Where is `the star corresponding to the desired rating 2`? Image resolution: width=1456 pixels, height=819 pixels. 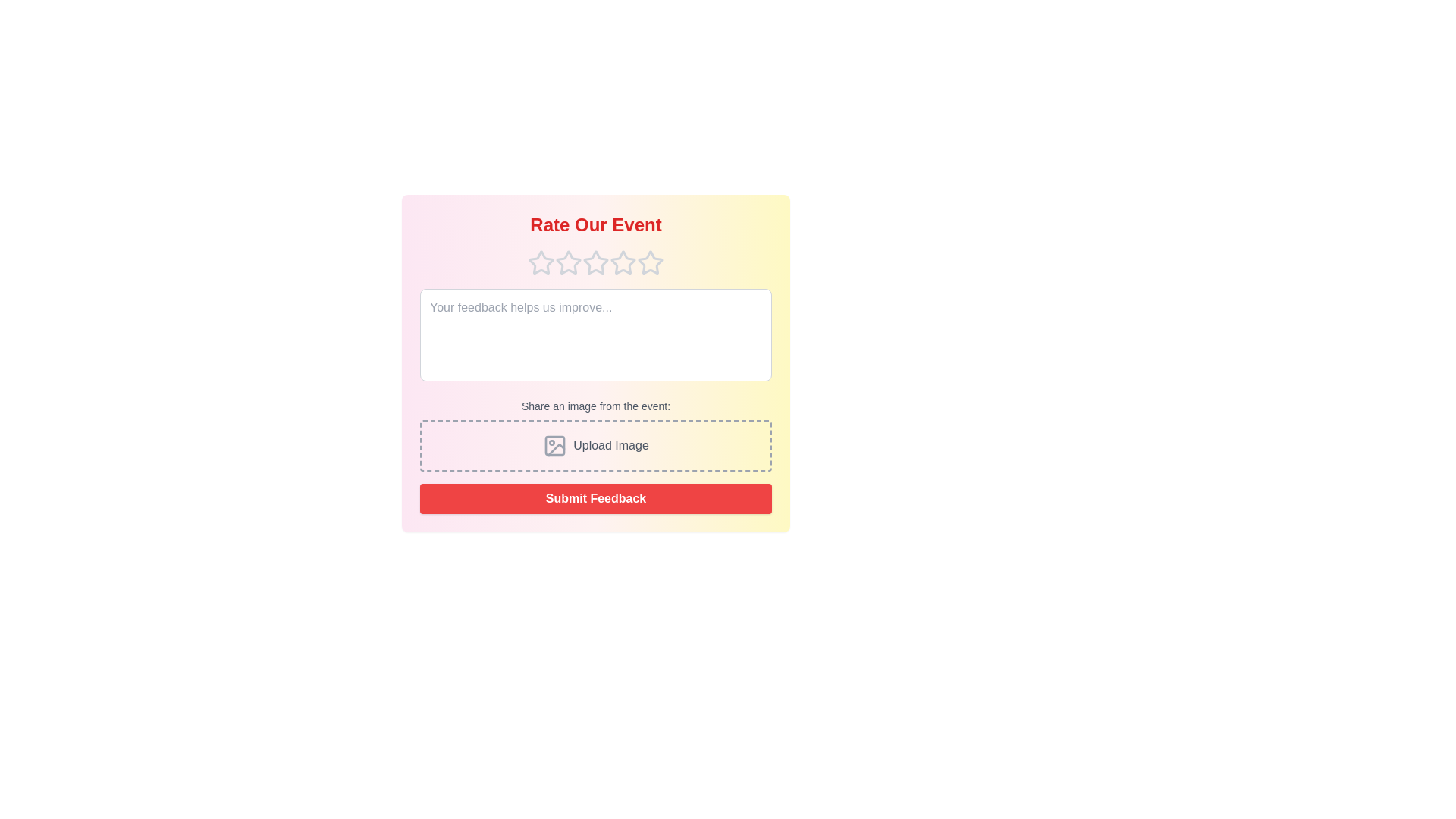 the star corresponding to the desired rating 2 is located at coordinates (567, 262).